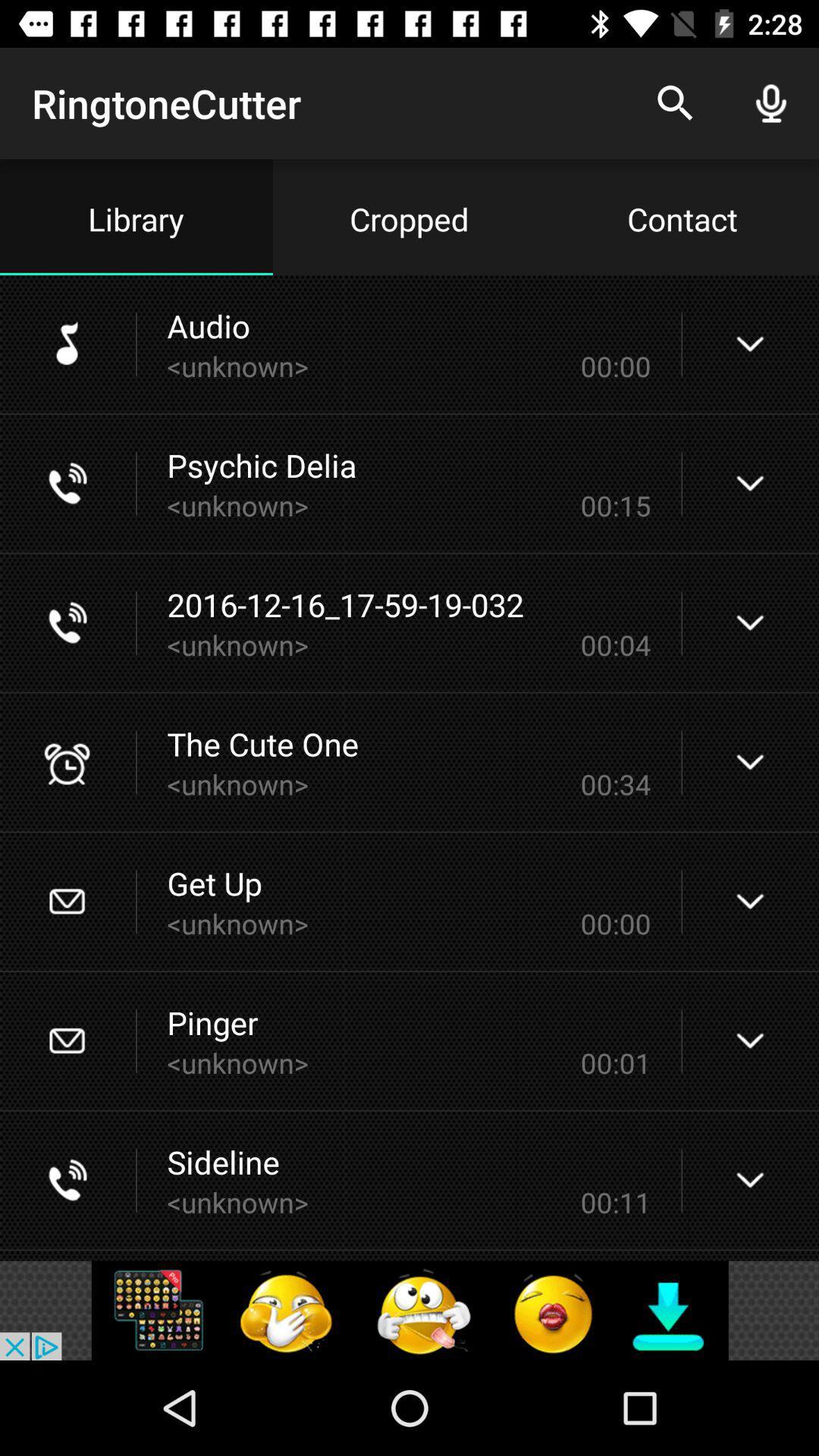 The height and width of the screenshot is (1456, 819). I want to click on third audio from the top, so click(409, 623).